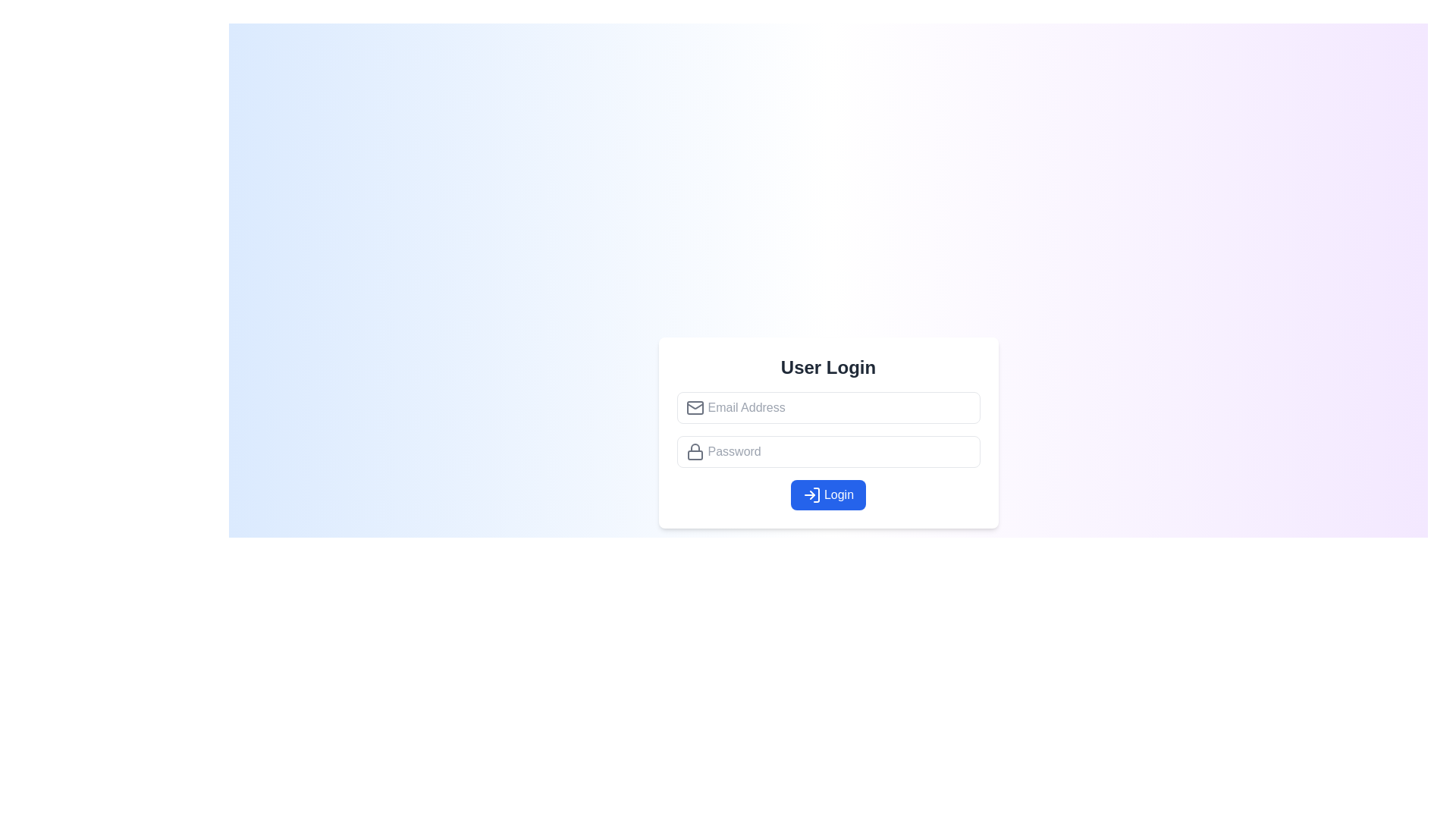 The height and width of the screenshot is (819, 1456). What do you see at coordinates (694, 451) in the screenshot?
I see `the gray lock icon located above the password input field in the second input block beneath the 'User Login' heading` at bounding box center [694, 451].